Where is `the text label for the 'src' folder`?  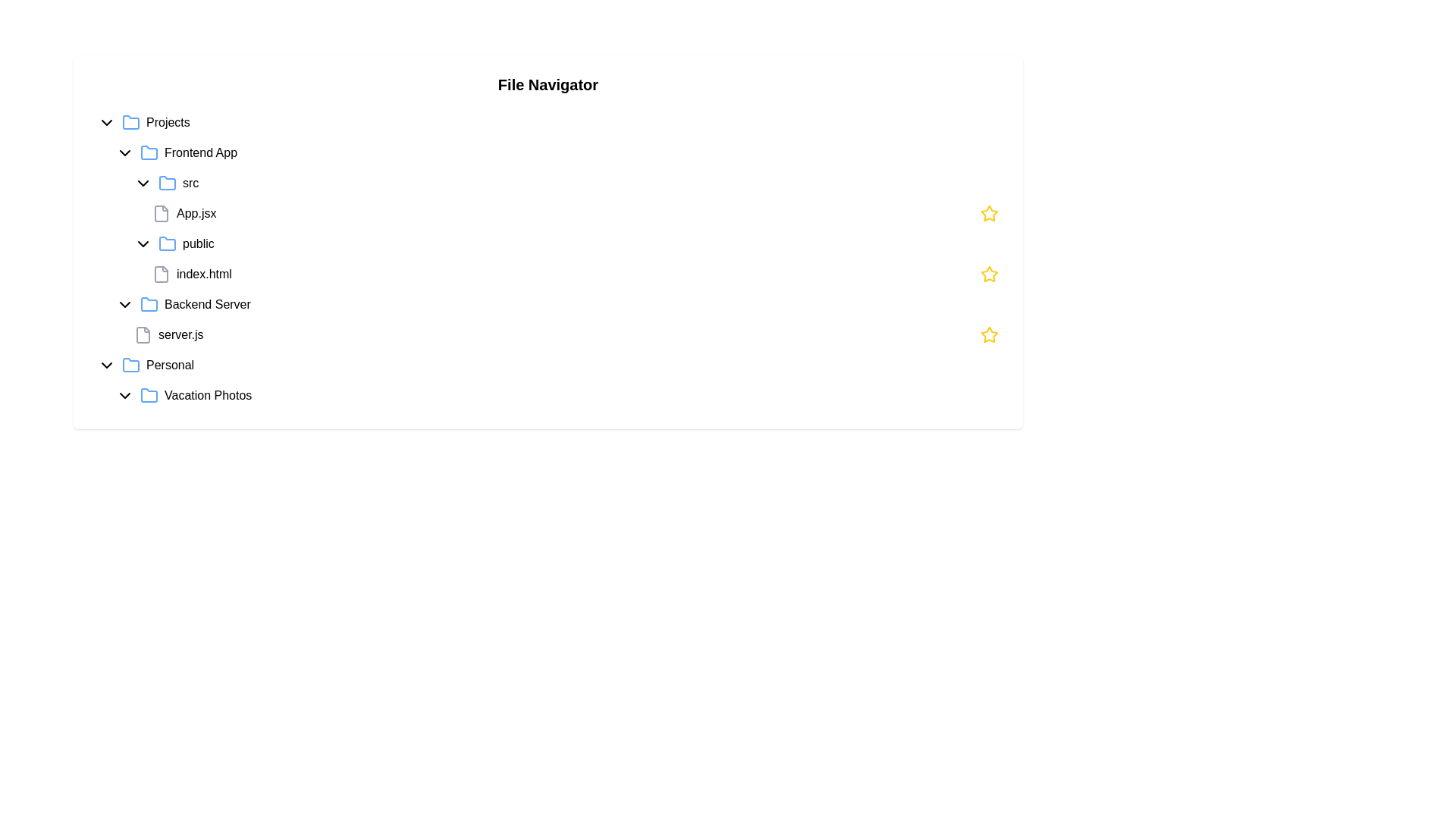
the text label for the 'src' folder is located at coordinates (190, 183).